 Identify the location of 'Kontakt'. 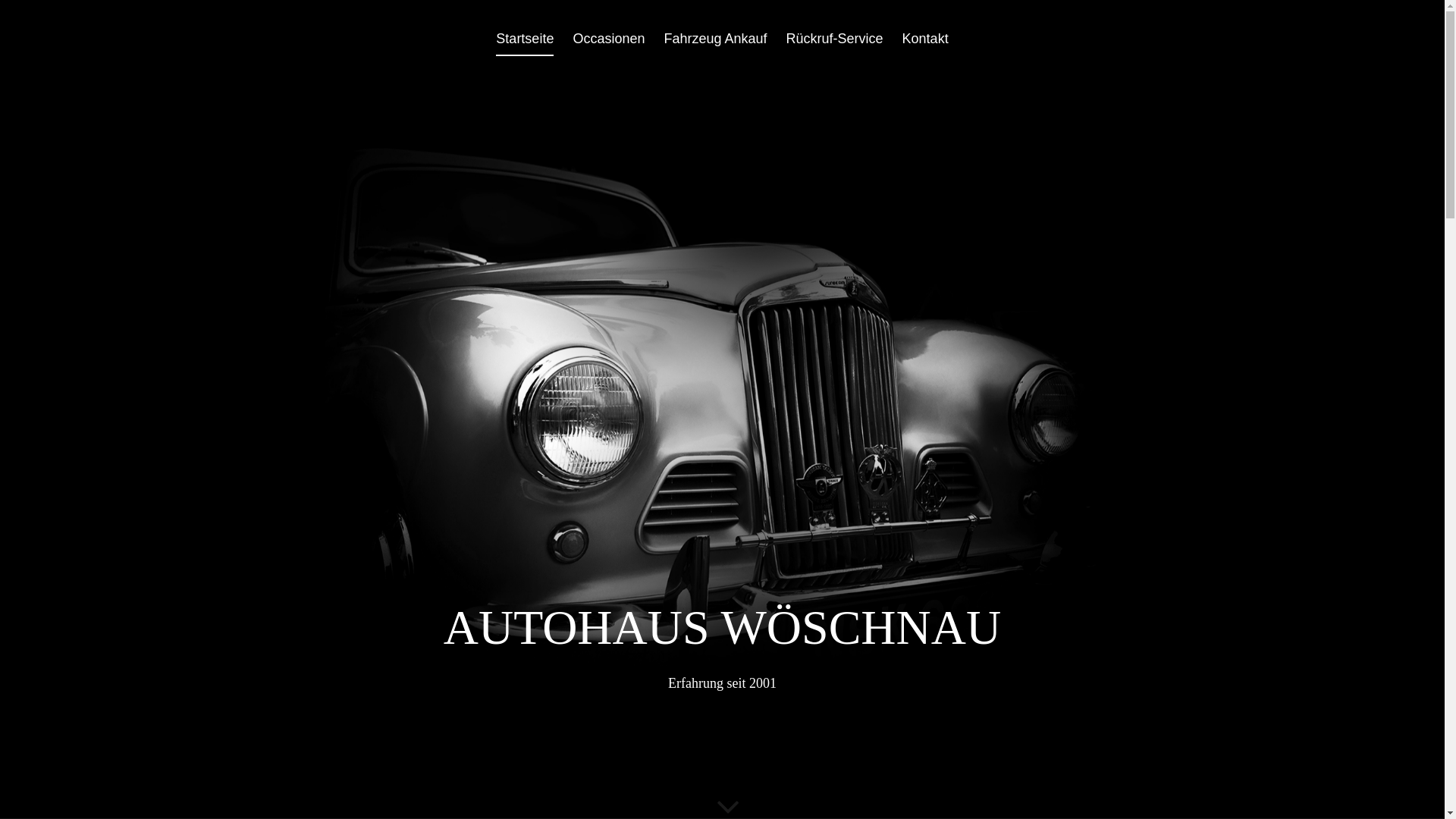
(924, 42).